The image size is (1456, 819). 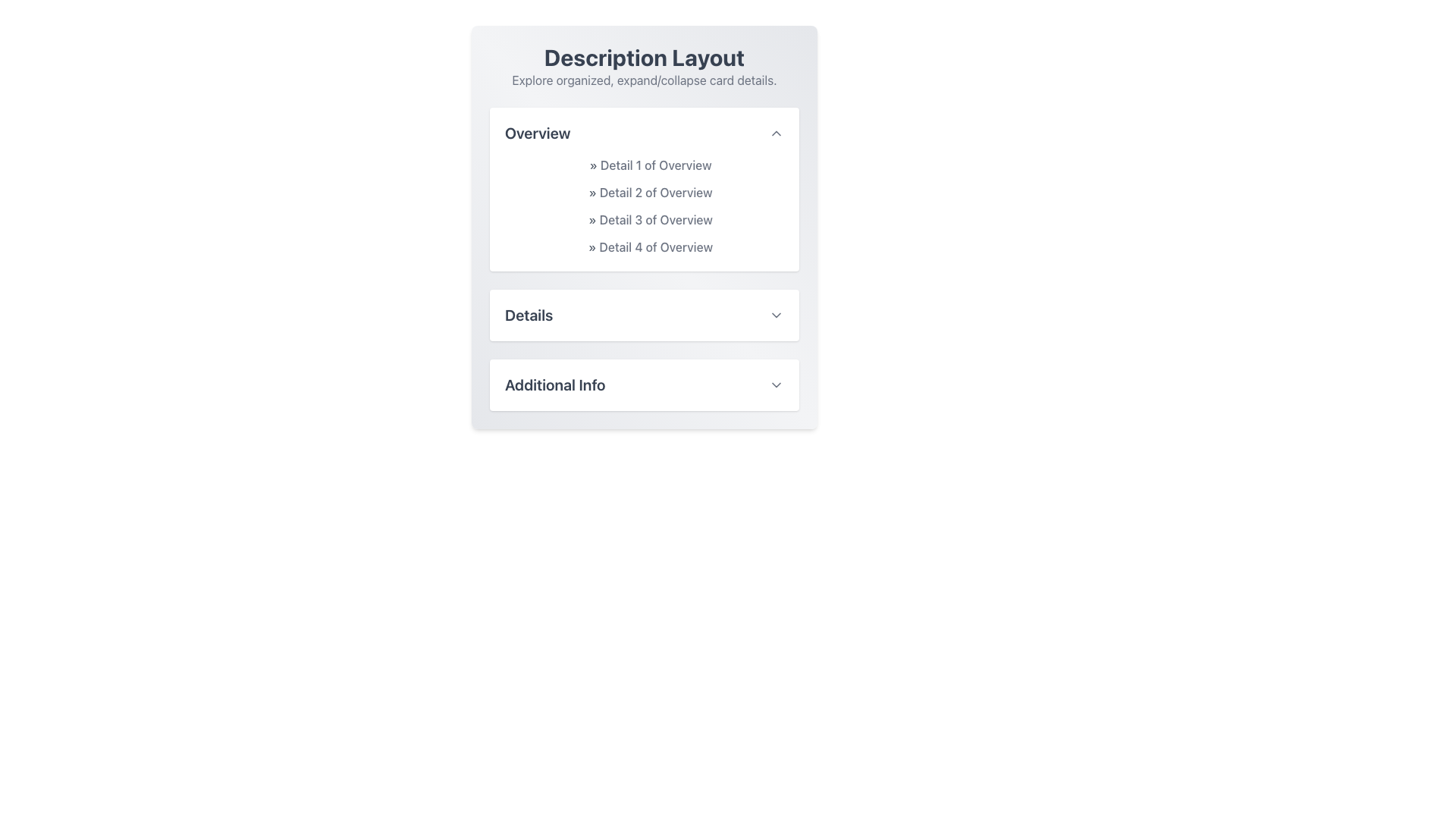 What do you see at coordinates (644, 246) in the screenshot?
I see `the text label that reads '» Detail 4 of Overview', which is the fourth item in the vertical list under the 'Overview' section` at bounding box center [644, 246].